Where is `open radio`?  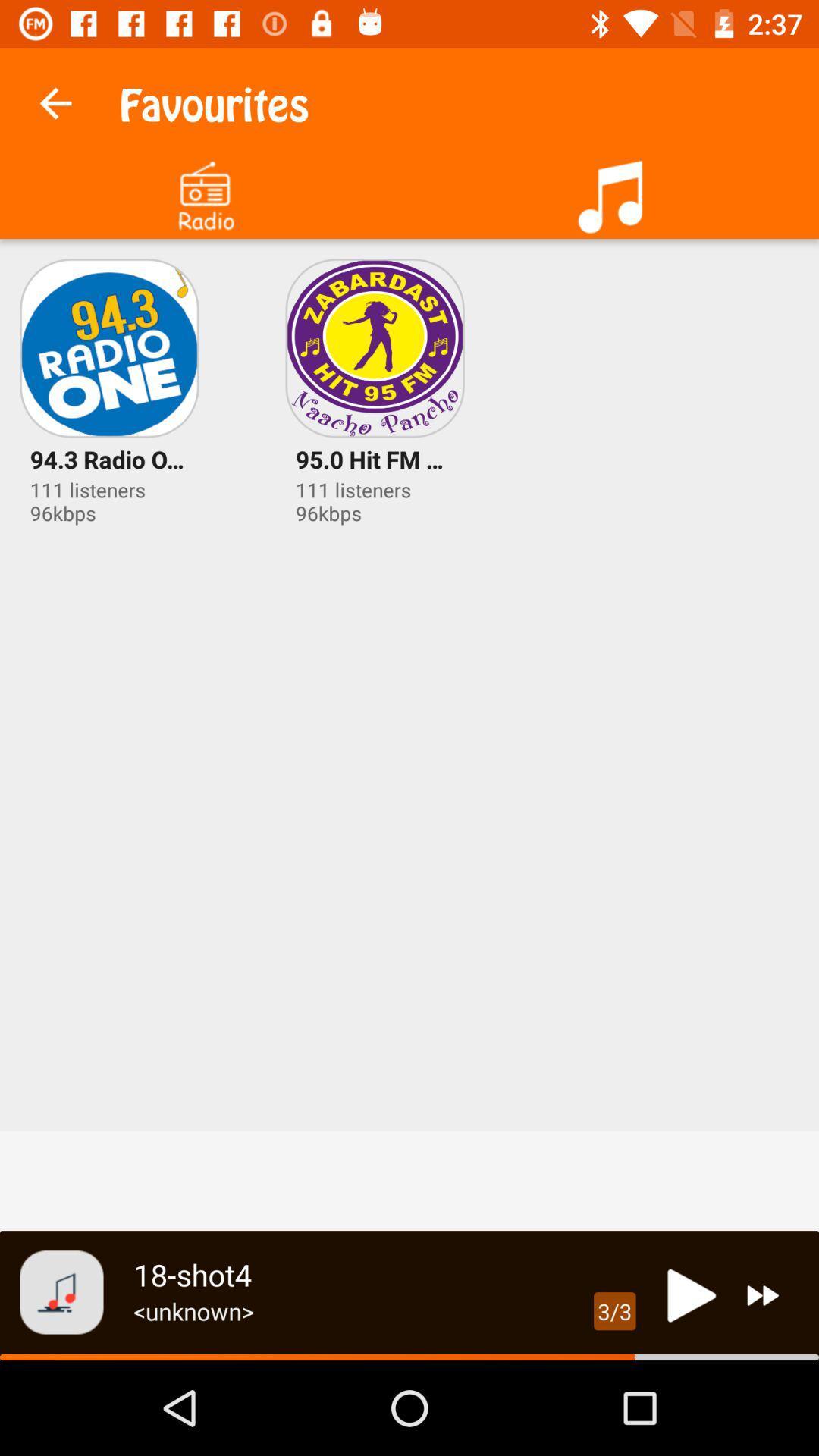
open radio is located at coordinates (205, 190).